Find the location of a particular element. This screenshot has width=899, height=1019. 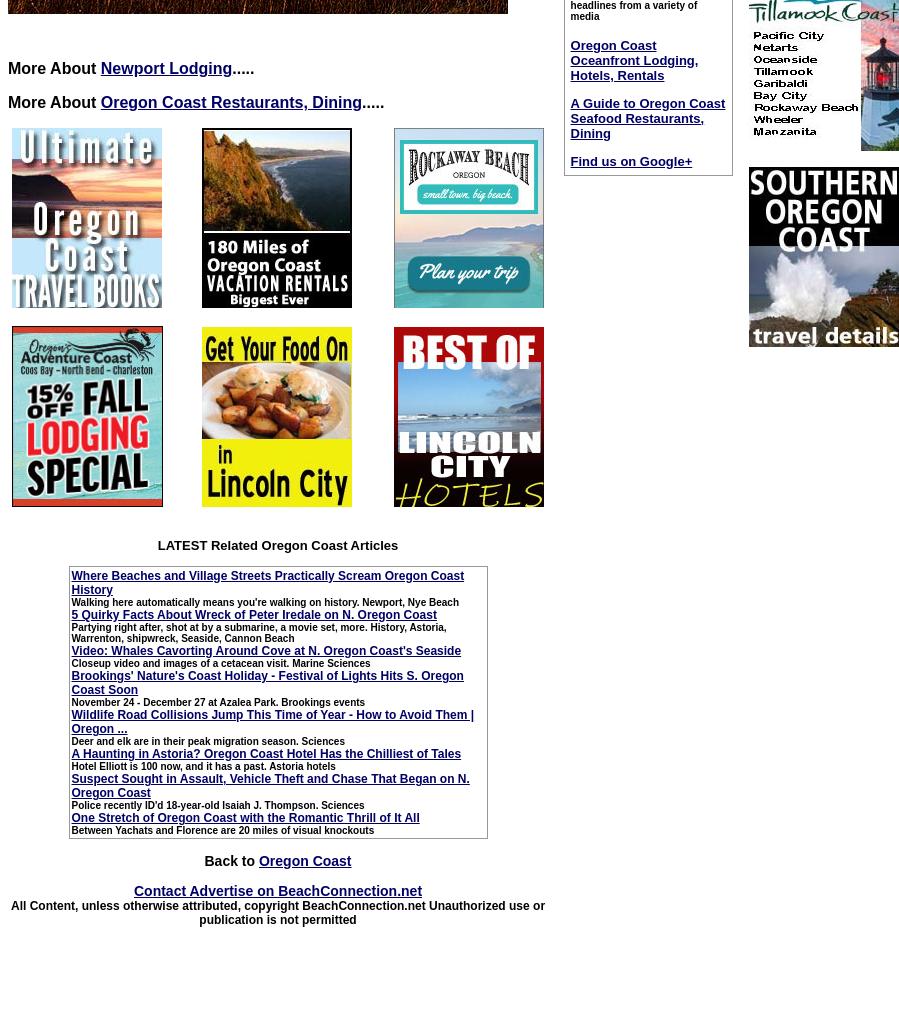

'Find us on Google+' is located at coordinates (569, 160).